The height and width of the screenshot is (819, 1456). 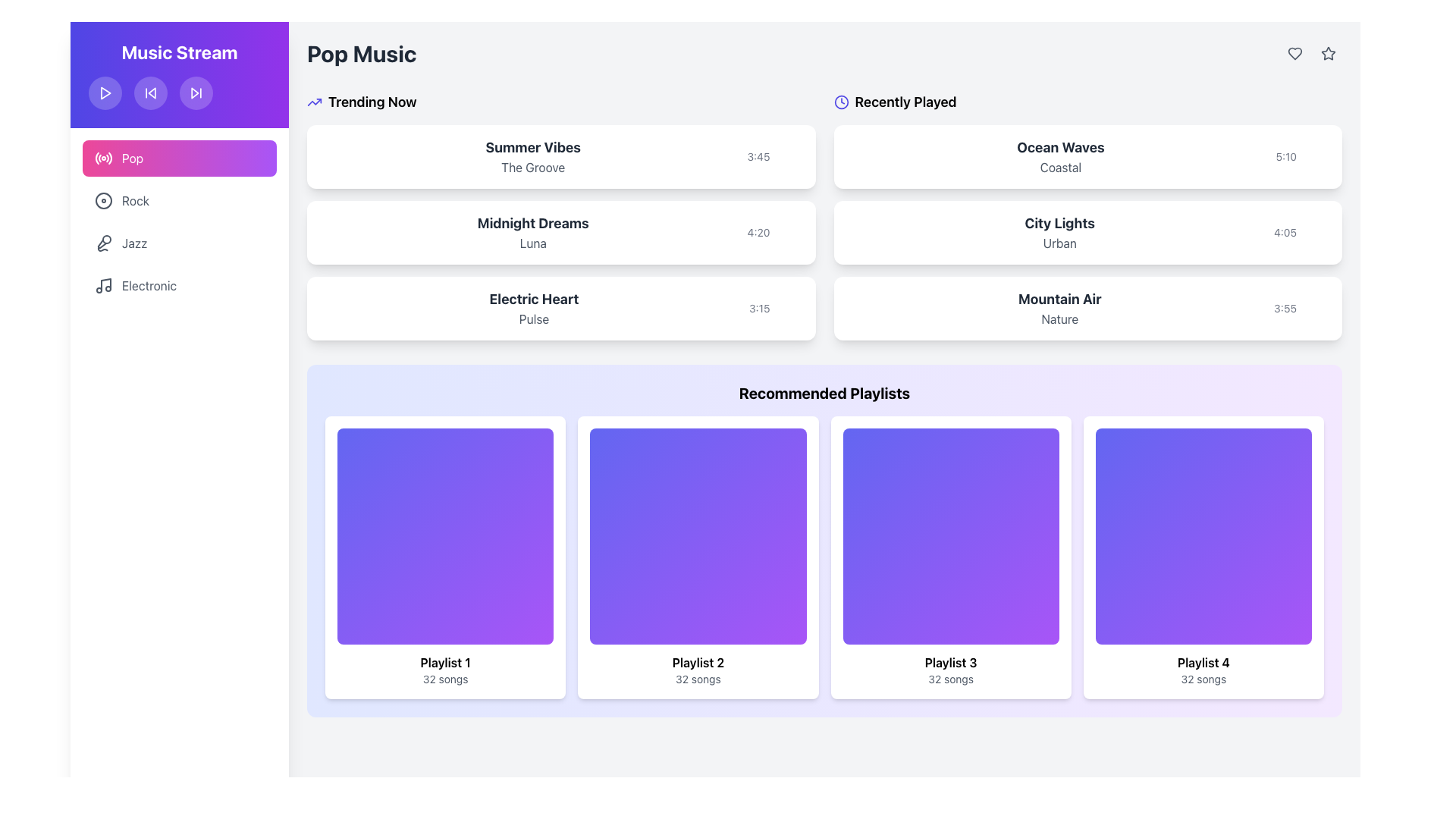 I want to click on the Thumbnail image or graphical placeholder with a gradient background, so click(x=444, y=535).